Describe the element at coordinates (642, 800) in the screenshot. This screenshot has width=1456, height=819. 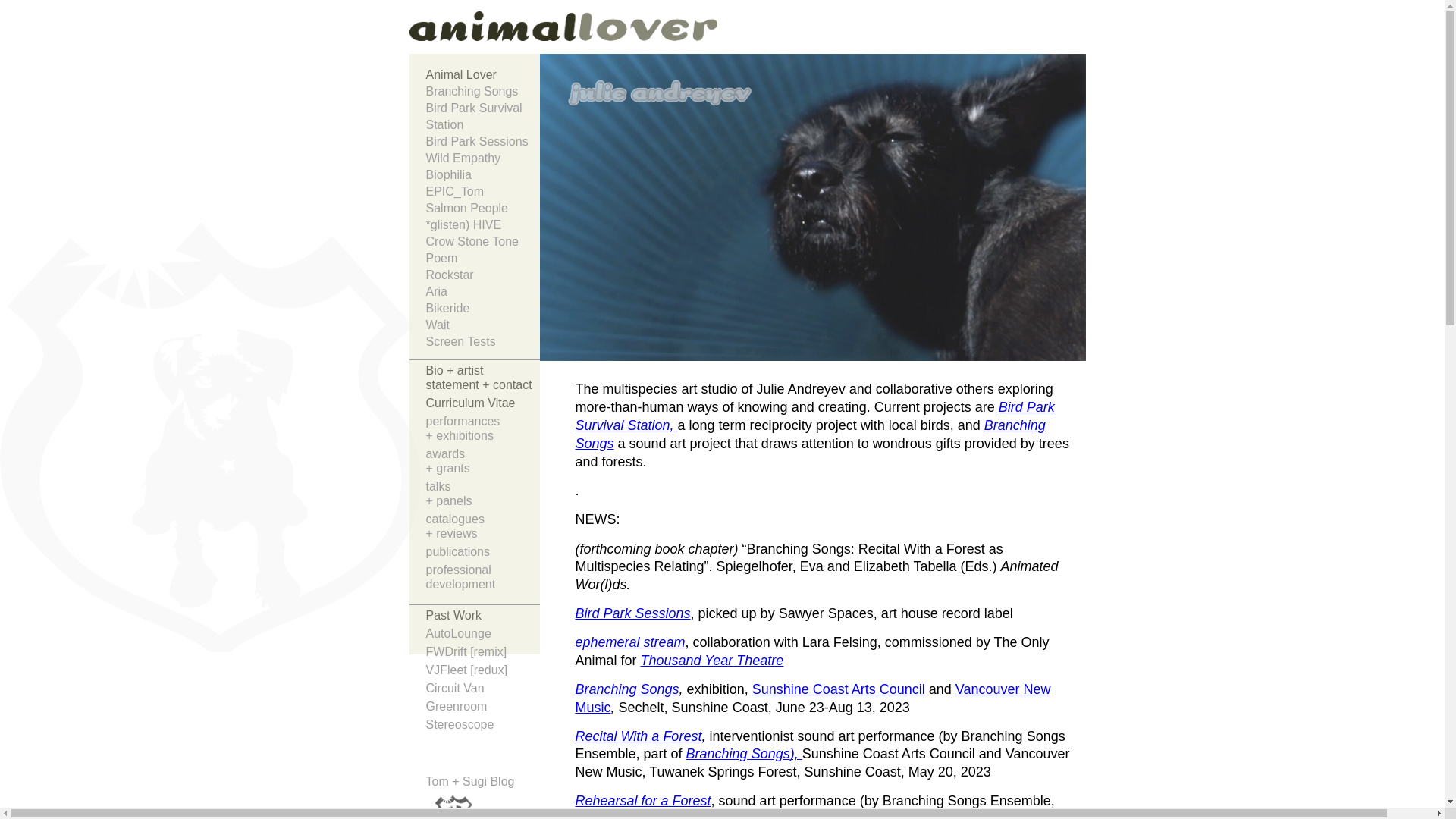
I see `'Rehearsal for a Forest'` at that location.